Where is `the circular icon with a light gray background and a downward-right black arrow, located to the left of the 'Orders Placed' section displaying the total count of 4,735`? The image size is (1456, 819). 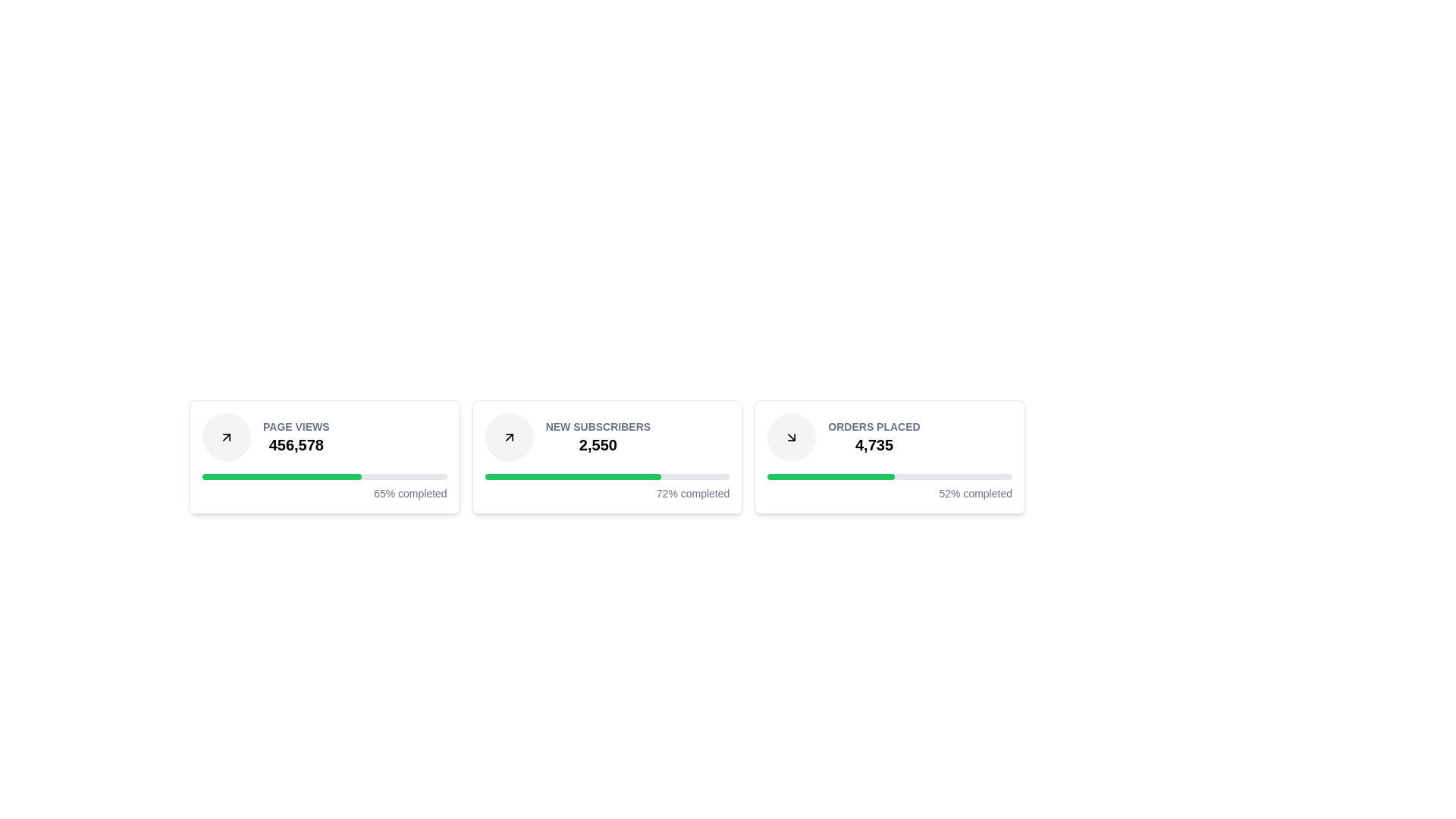
the circular icon with a light gray background and a downward-right black arrow, located to the left of the 'Orders Placed' section displaying the total count of 4,735 is located at coordinates (791, 438).